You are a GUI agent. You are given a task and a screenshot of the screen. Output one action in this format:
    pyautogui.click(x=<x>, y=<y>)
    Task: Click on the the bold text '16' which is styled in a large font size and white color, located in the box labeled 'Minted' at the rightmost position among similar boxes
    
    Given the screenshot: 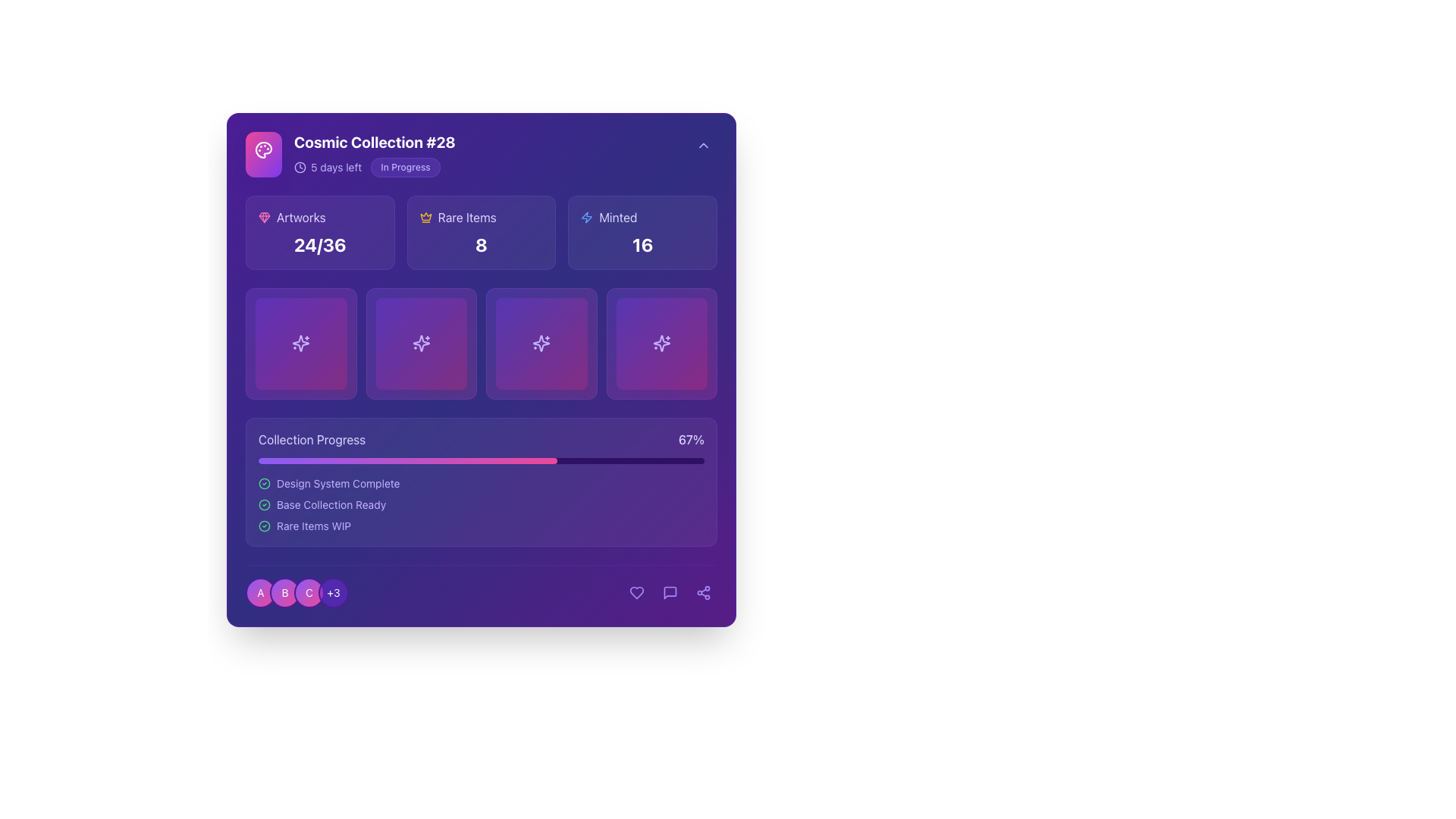 What is the action you would take?
    pyautogui.click(x=642, y=244)
    